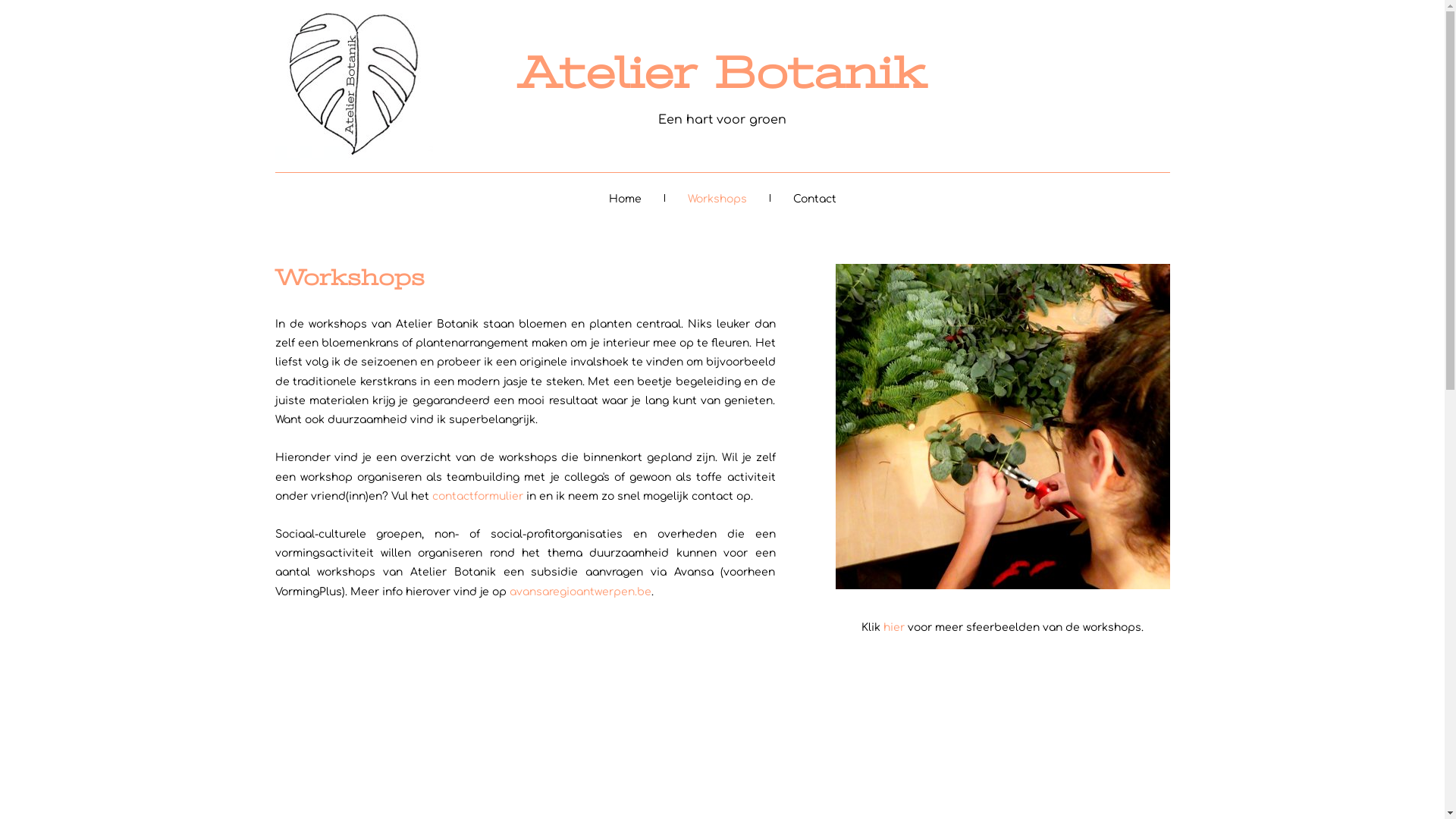 The width and height of the screenshot is (1456, 819). Describe the element at coordinates (624, 197) in the screenshot. I see `'Home'` at that location.